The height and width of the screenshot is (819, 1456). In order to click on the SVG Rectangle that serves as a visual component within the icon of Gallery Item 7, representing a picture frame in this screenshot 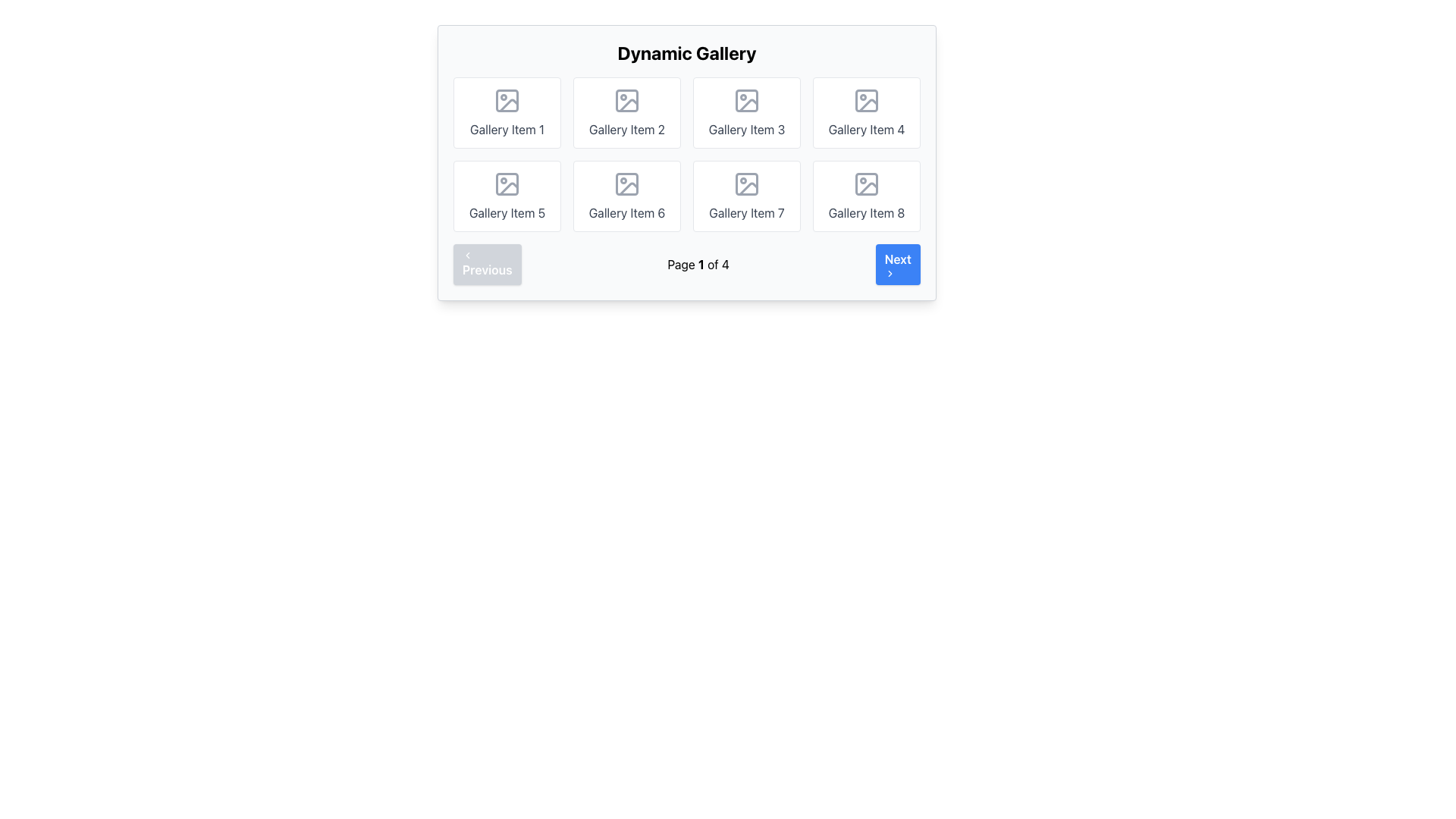, I will do `click(746, 184)`.